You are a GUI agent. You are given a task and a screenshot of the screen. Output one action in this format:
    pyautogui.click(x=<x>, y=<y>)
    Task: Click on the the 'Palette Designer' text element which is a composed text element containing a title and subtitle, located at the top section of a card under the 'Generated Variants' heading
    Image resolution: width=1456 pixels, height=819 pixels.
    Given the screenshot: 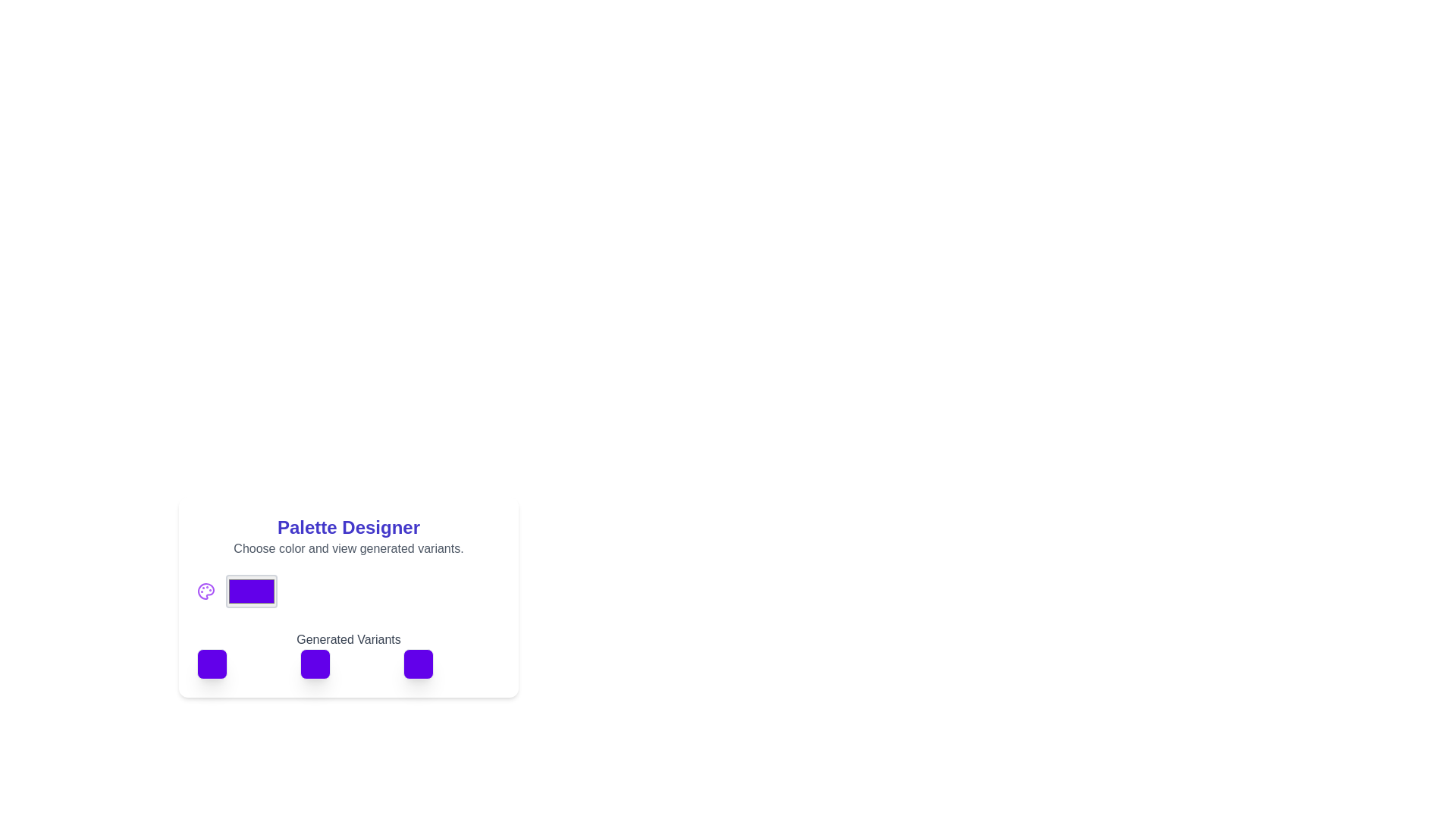 What is the action you would take?
    pyautogui.click(x=348, y=536)
    